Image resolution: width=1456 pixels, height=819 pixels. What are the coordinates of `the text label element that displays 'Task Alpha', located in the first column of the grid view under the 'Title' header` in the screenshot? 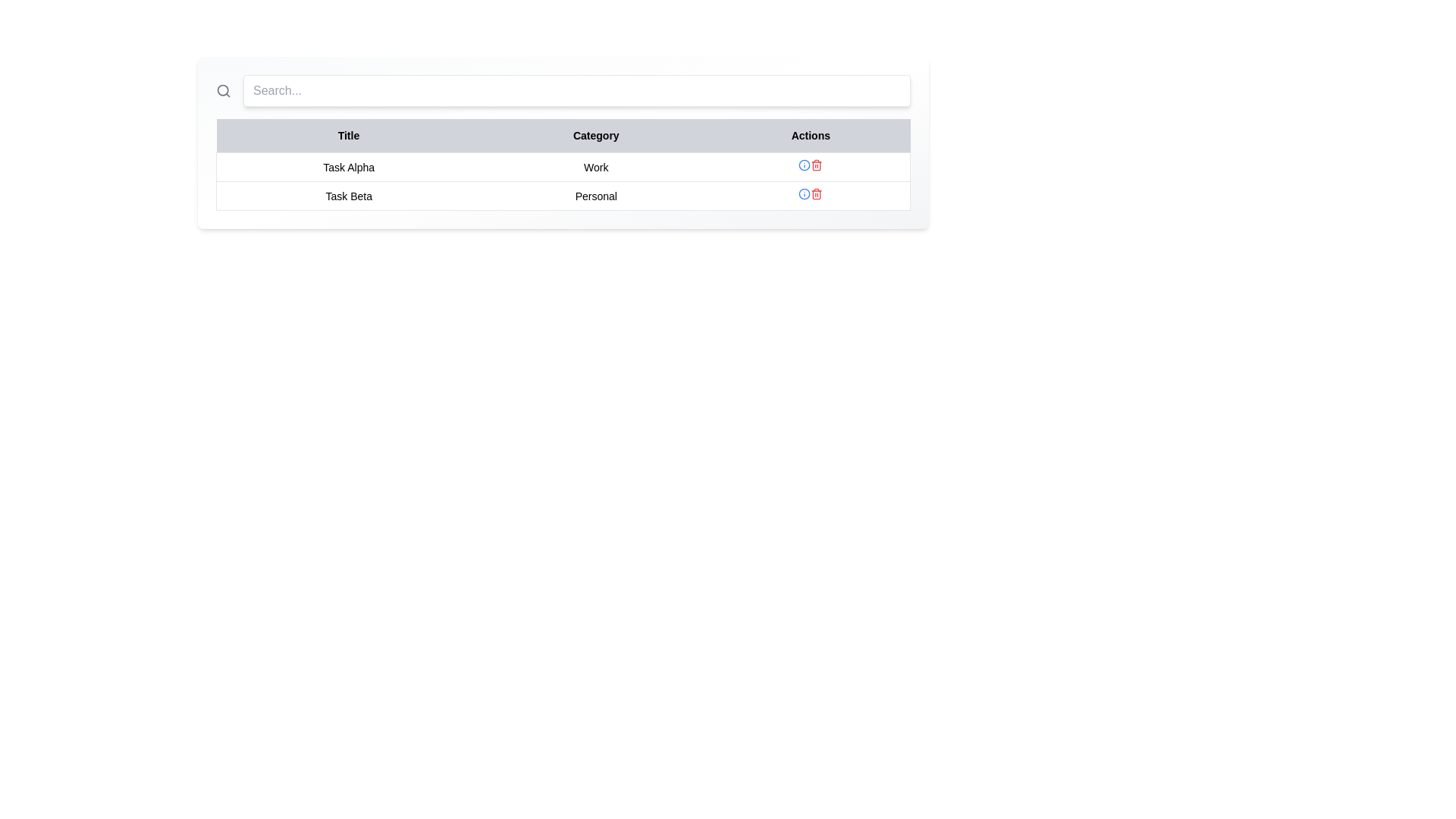 It's located at (348, 167).